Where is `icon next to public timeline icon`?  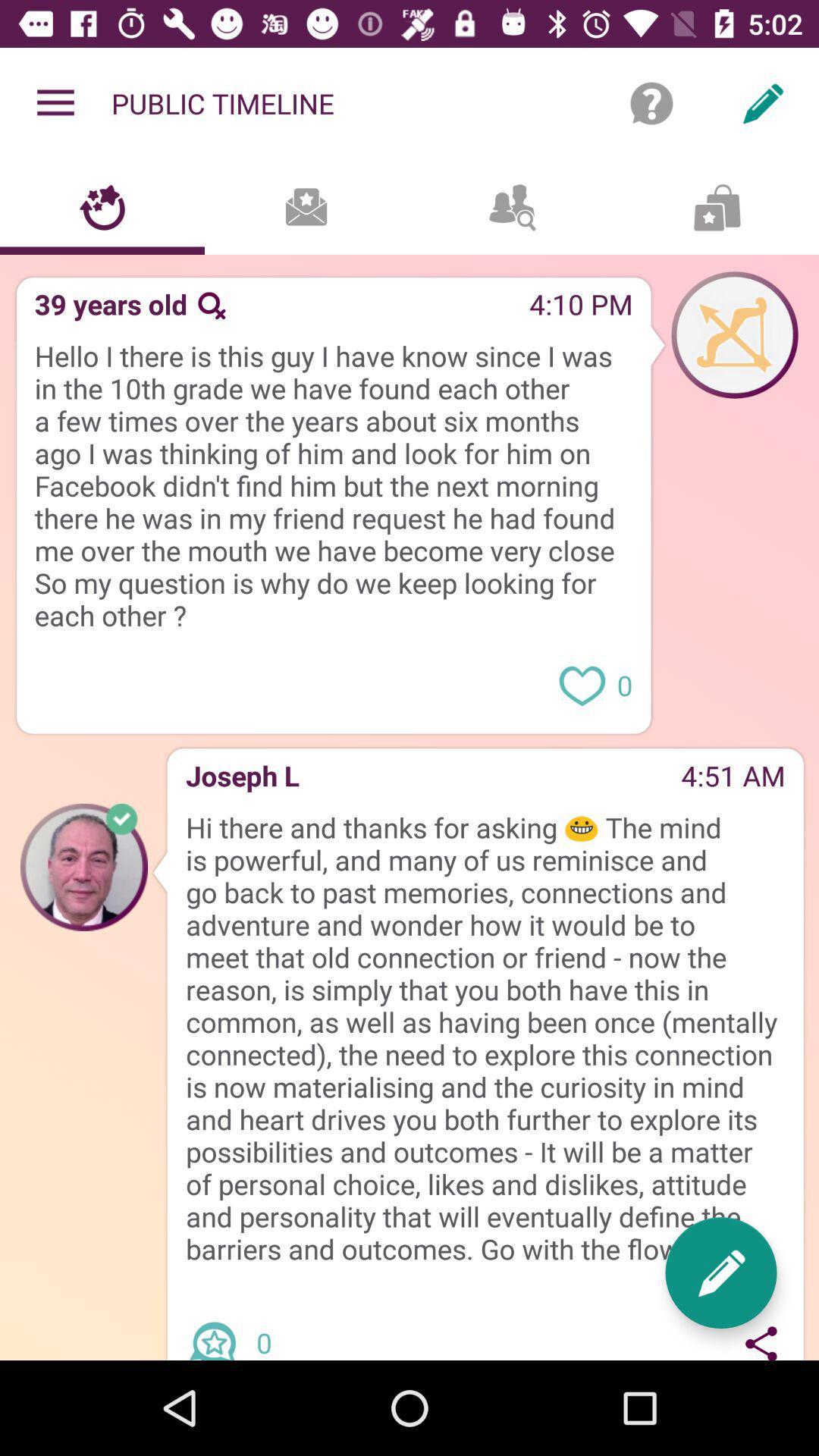
icon next to public timeline icon is located at coordinates (651, 102).